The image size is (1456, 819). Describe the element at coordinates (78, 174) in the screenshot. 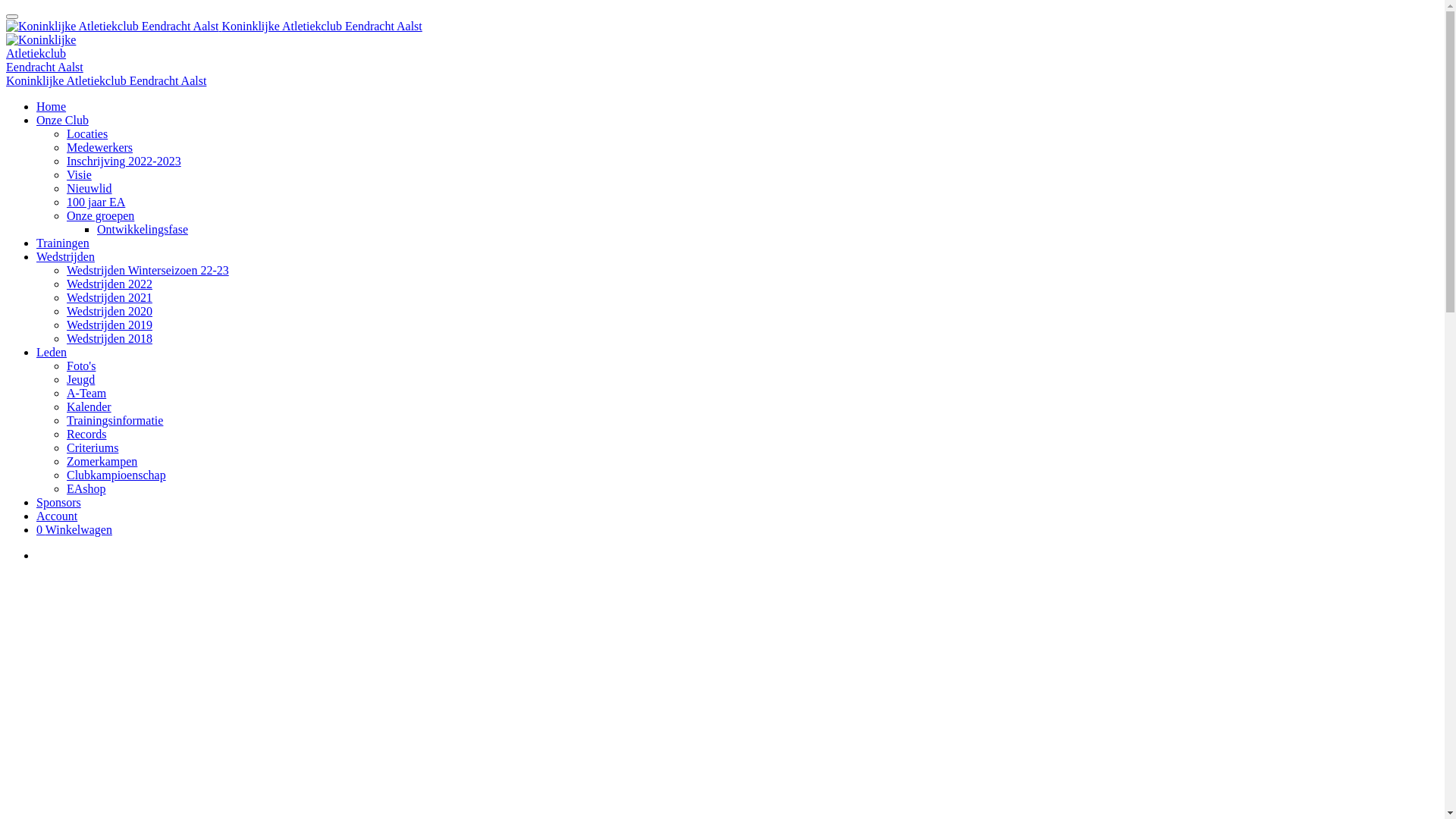

I see `'Visie'` at that location.